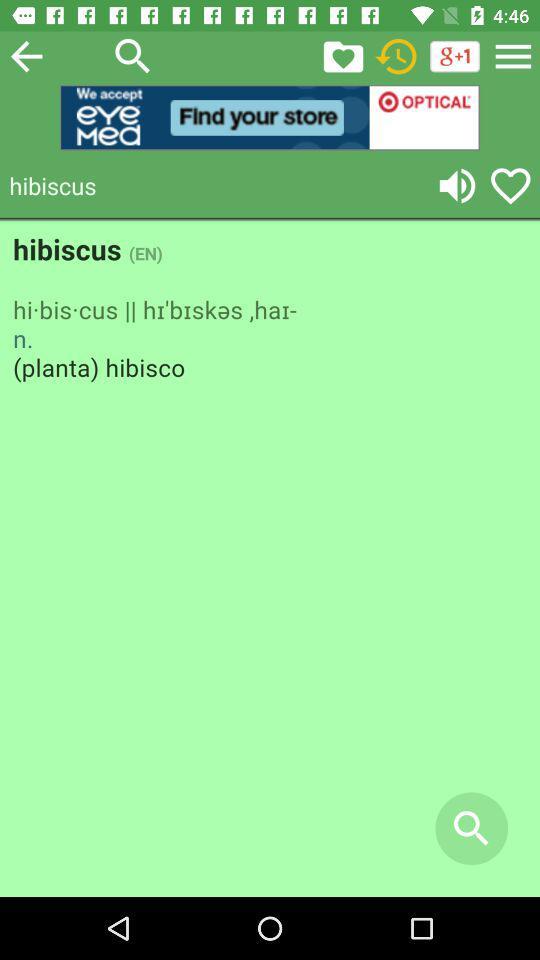  What do you see at coordinates (513, 55) in the screenshot?
I see `menu` at bounding box center [513, 55].